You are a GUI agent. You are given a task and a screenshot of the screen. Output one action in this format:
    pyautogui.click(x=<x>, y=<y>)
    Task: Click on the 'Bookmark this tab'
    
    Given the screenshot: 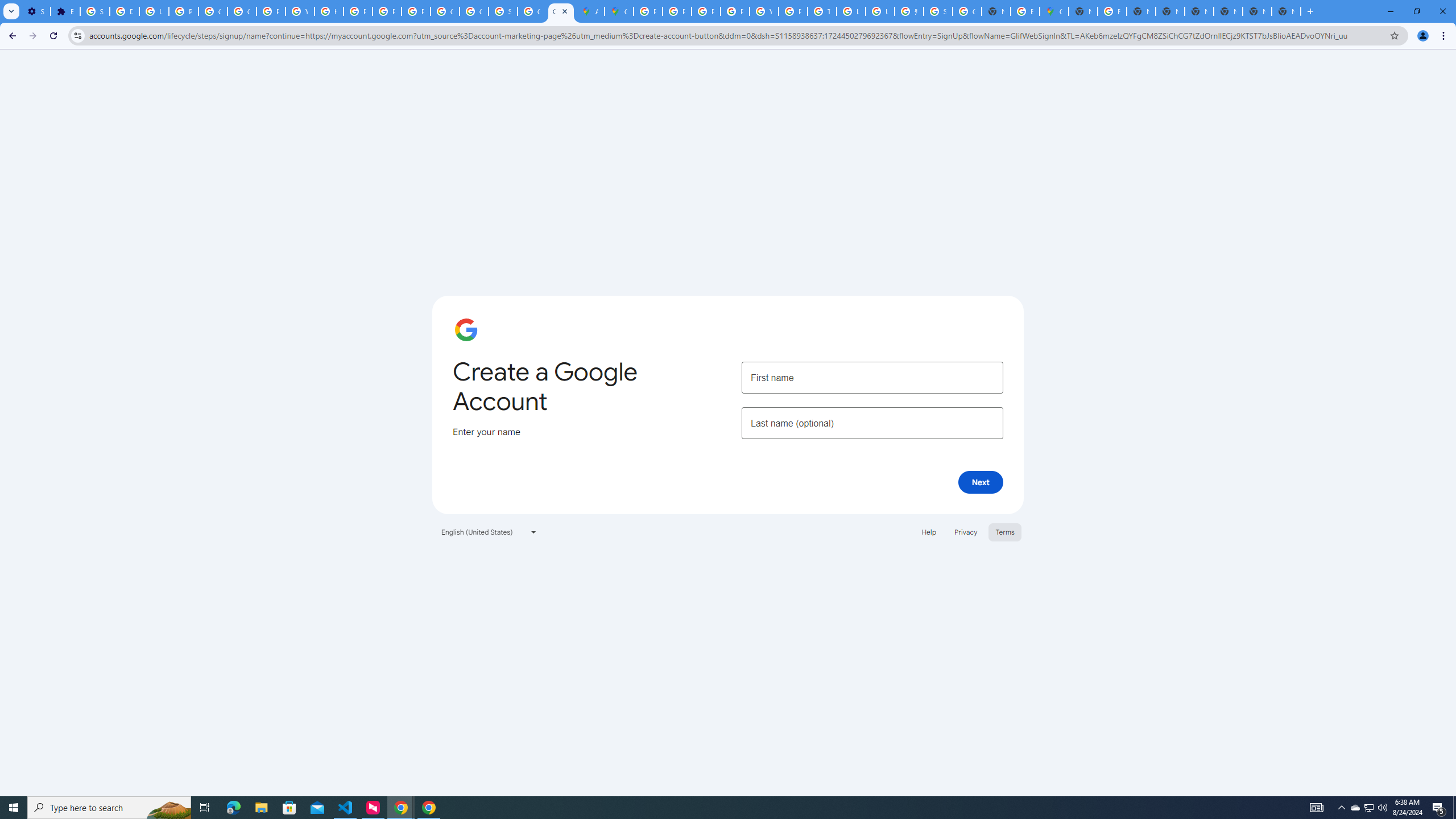 What is the action you would take?
    pyautogui.click(x=1393, y=35)
    